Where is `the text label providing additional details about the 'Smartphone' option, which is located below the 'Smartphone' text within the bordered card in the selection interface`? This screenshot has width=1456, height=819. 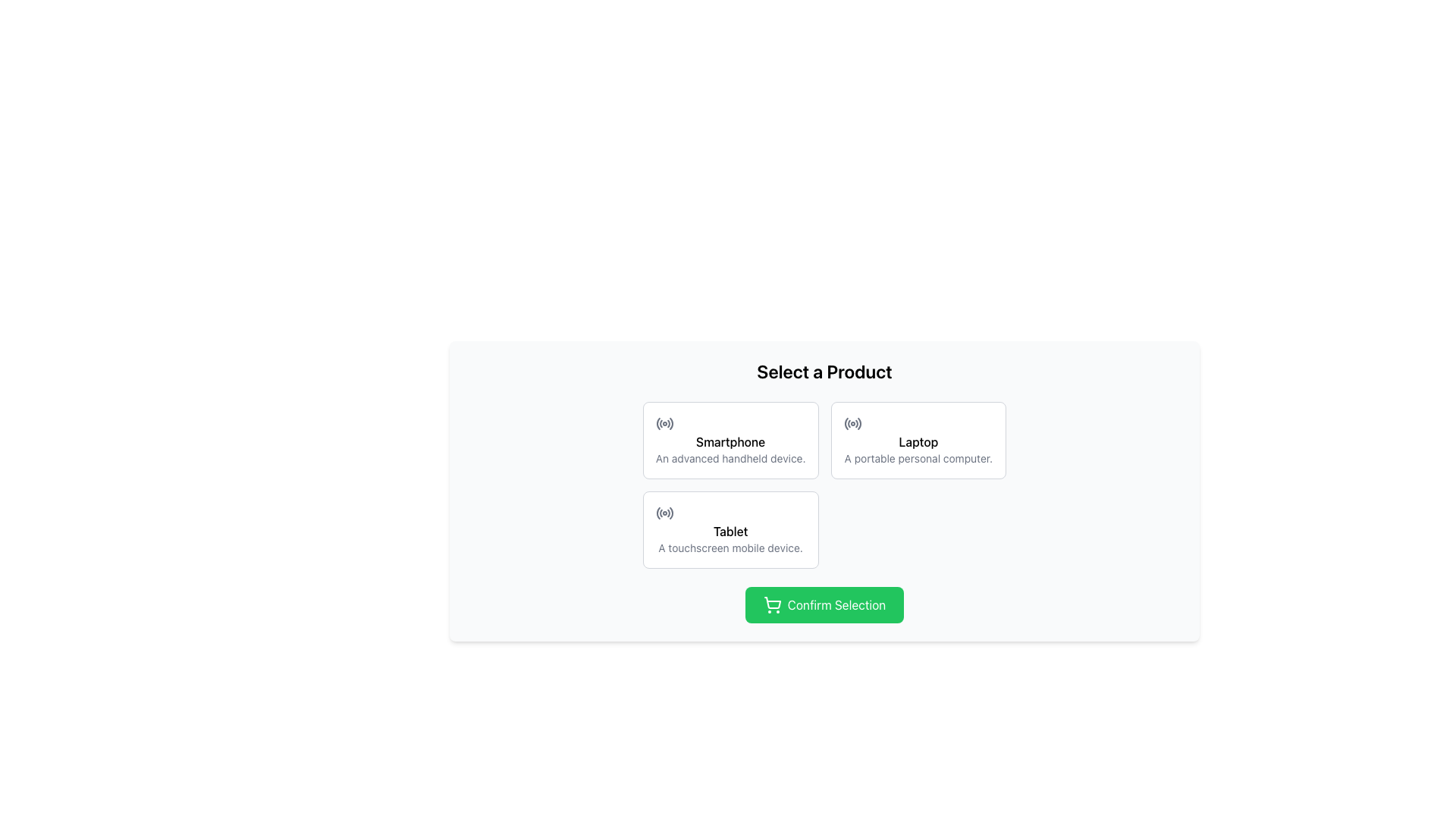
the text label providing additional details about the 'Smartphone' option, which is located below the 'Smartphone' text within the bordered card in the selection interface is located at coordinates (730, 458).